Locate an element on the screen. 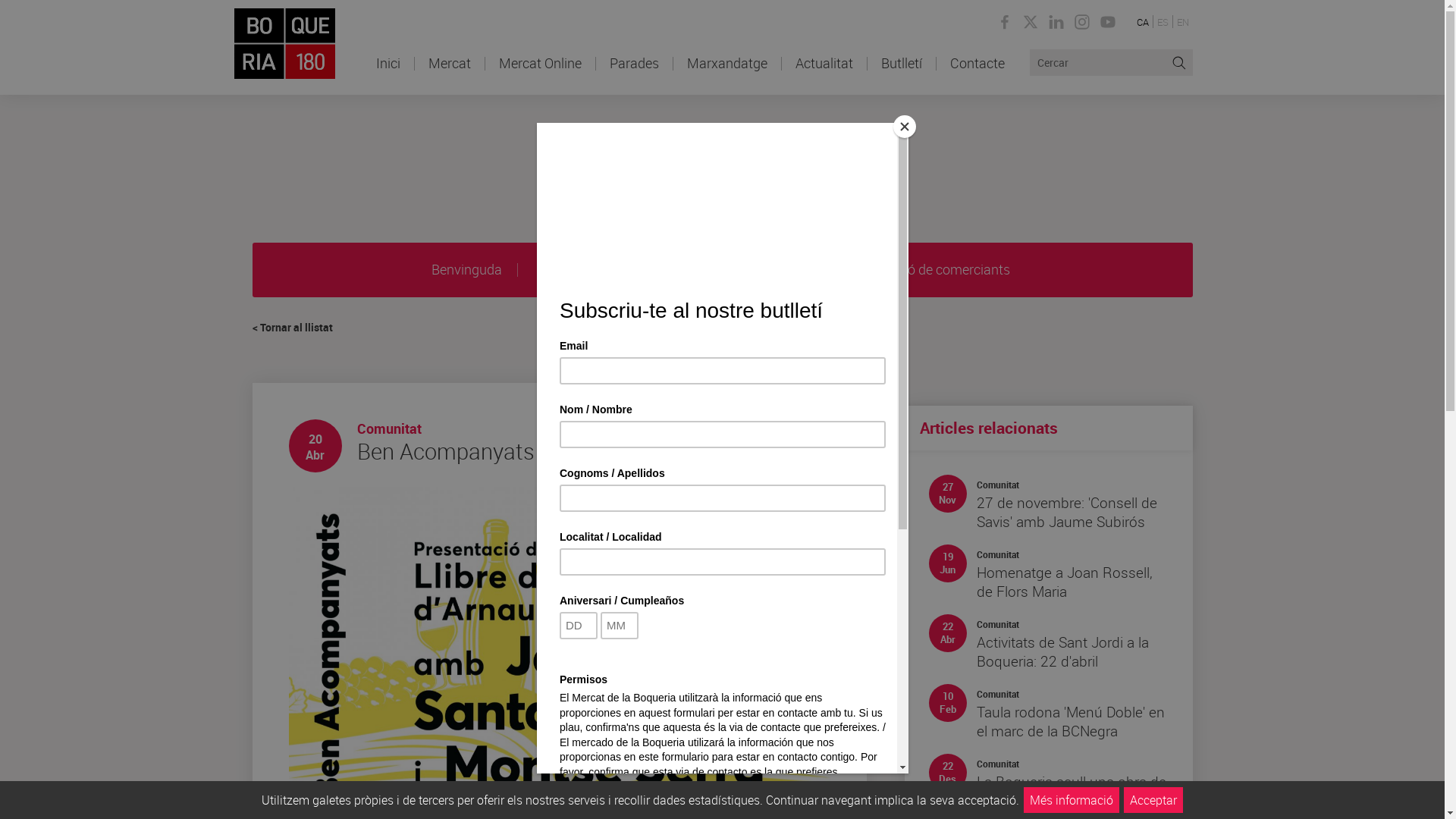 The height and width of the screenshot is (819, 1456). 'Marxandatge' is located at coordinates (726, 75).